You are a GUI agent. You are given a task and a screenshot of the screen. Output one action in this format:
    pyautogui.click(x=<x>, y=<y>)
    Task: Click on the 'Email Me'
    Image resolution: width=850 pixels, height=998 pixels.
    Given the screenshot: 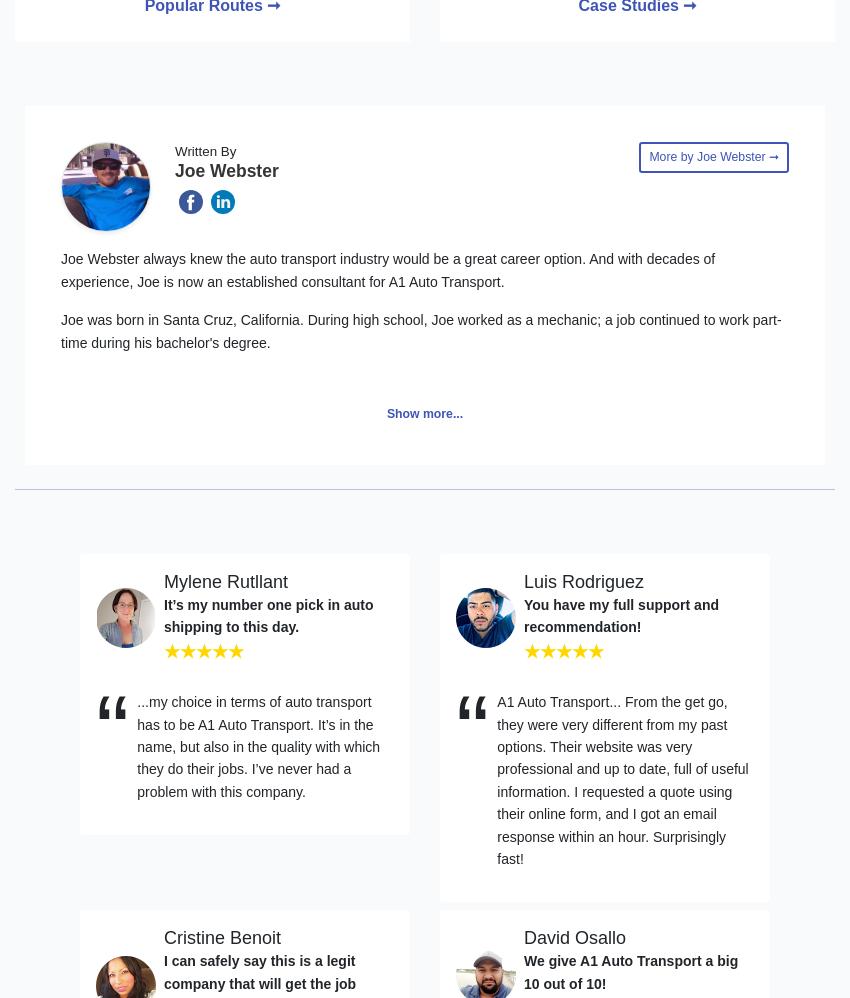 What is the action you would take?
    pyautogui.click(x=103, y=411)
    